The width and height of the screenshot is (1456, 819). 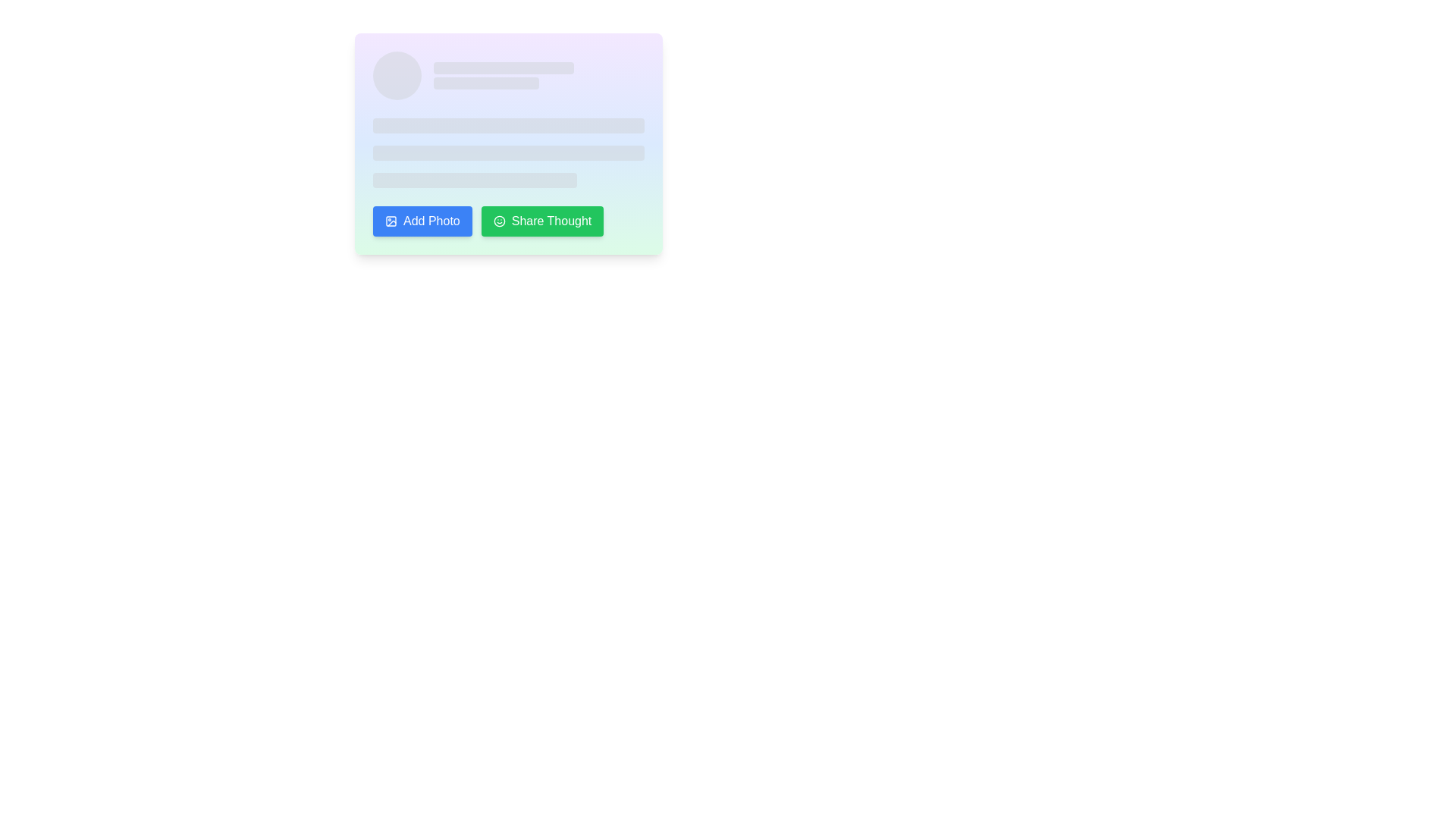 What do you see at coordinates (499, 221) in the screenshot?
I see `the decorative icon located to the left of the 'Share Thought' button, which enhances the button's visual appeal` at bounding box center [499, 221].